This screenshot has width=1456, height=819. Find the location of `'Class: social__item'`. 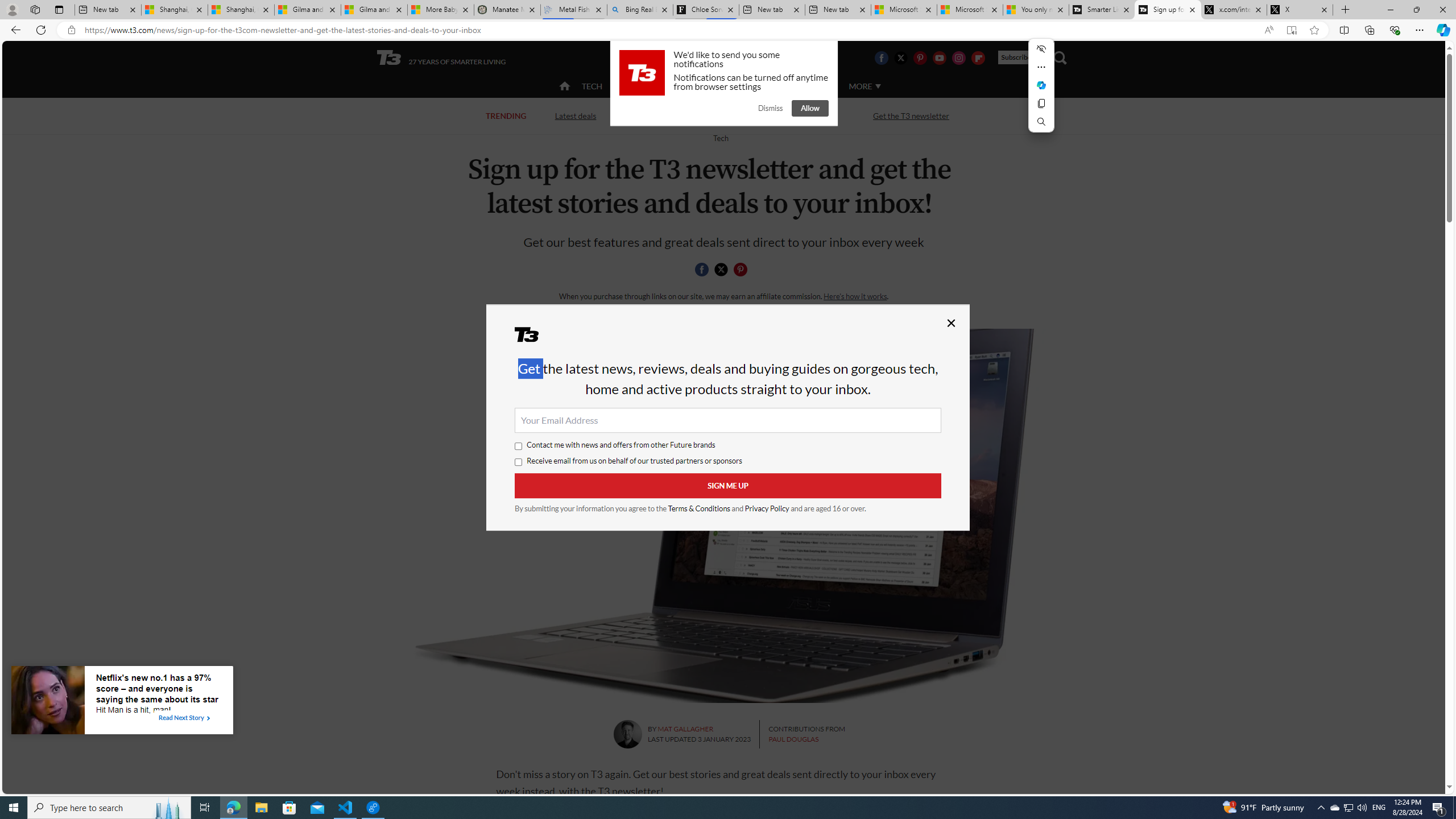

'Class: social__item' is located at coordinates (742, 271).